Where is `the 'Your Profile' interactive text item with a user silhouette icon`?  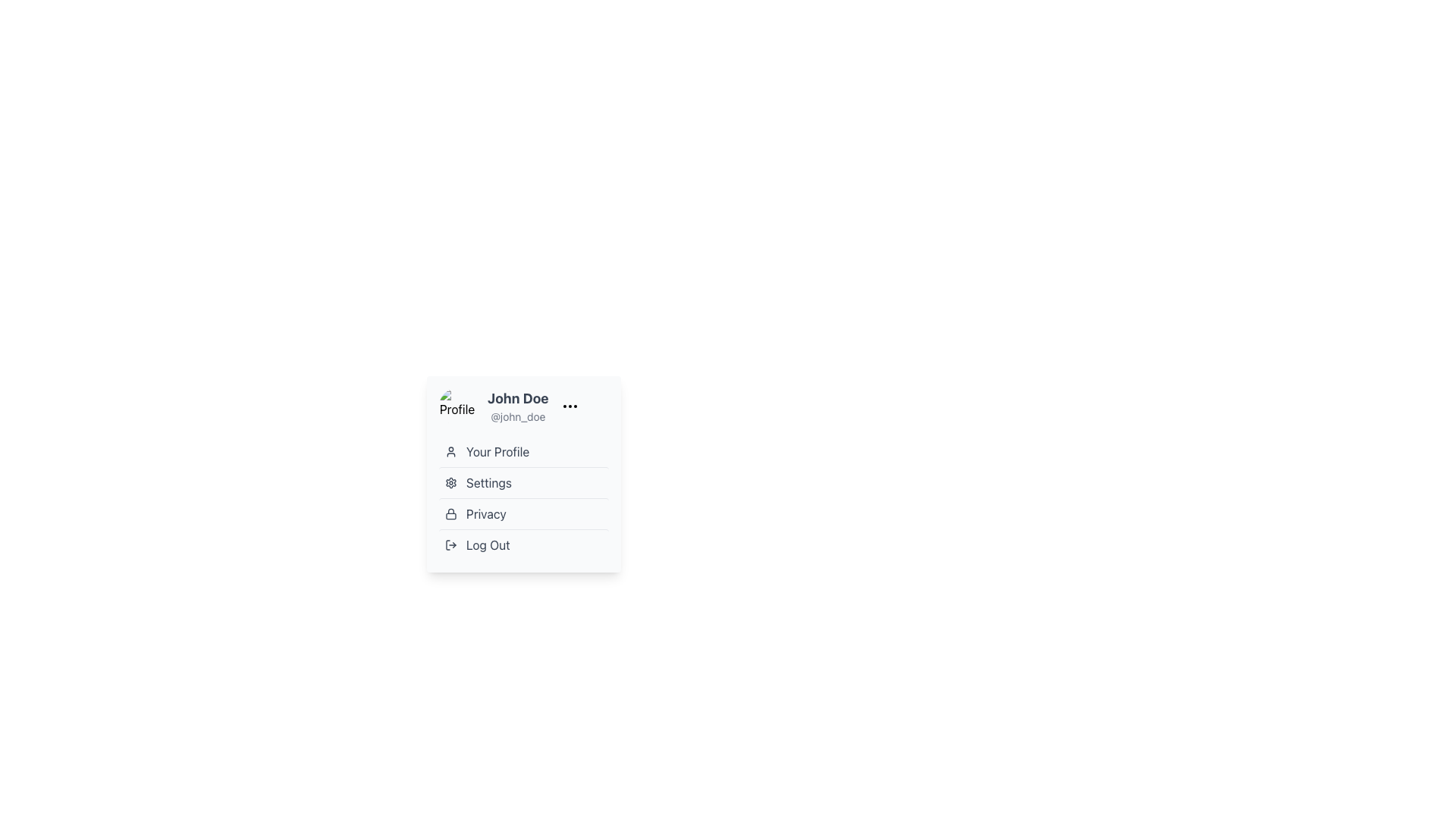
the 'Your Profile' interactive text item with a user silhouette icon is located at coordinates (524, 451).